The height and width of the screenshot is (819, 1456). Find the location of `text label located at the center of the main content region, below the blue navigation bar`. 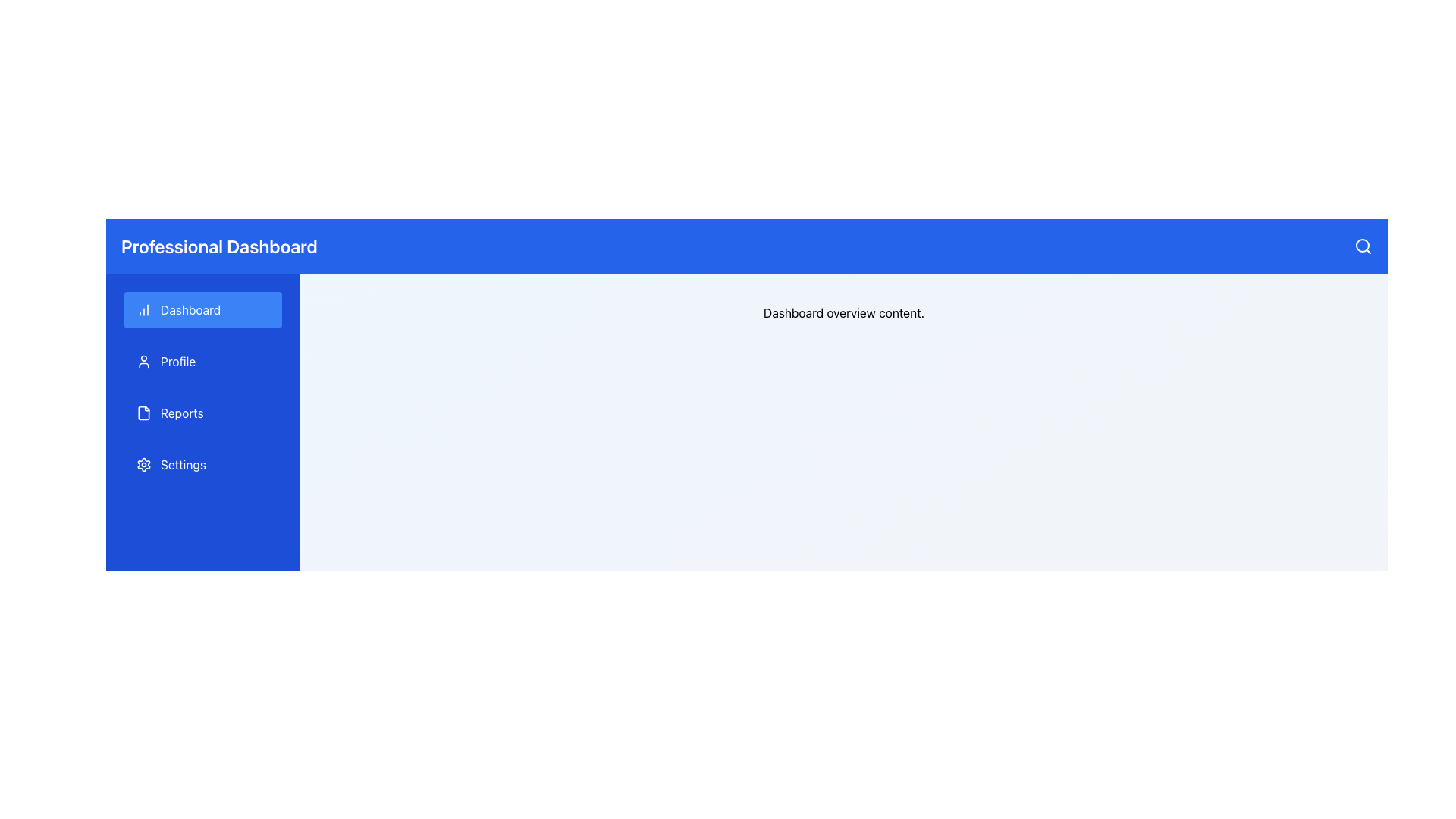

text label located at the center of the main content region, below the blue navigation bar is located at coordinates (843, 312).